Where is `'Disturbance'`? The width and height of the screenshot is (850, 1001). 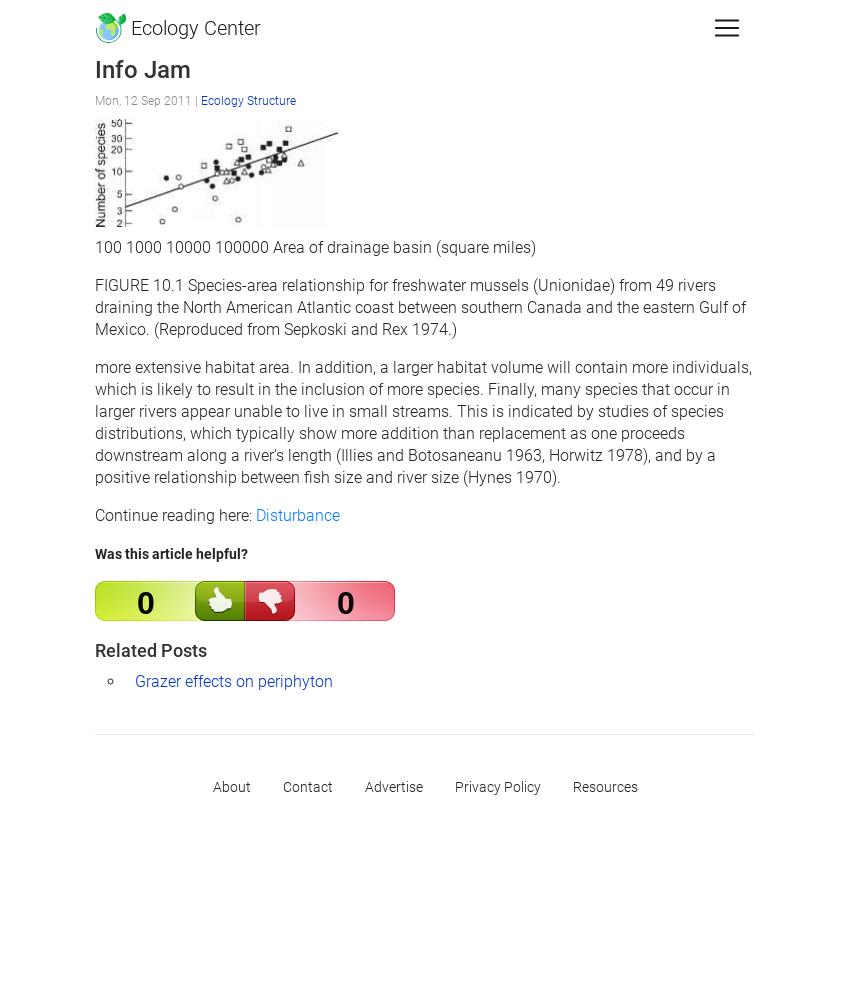
'Disturbance' is located at coordinates (255, 514).